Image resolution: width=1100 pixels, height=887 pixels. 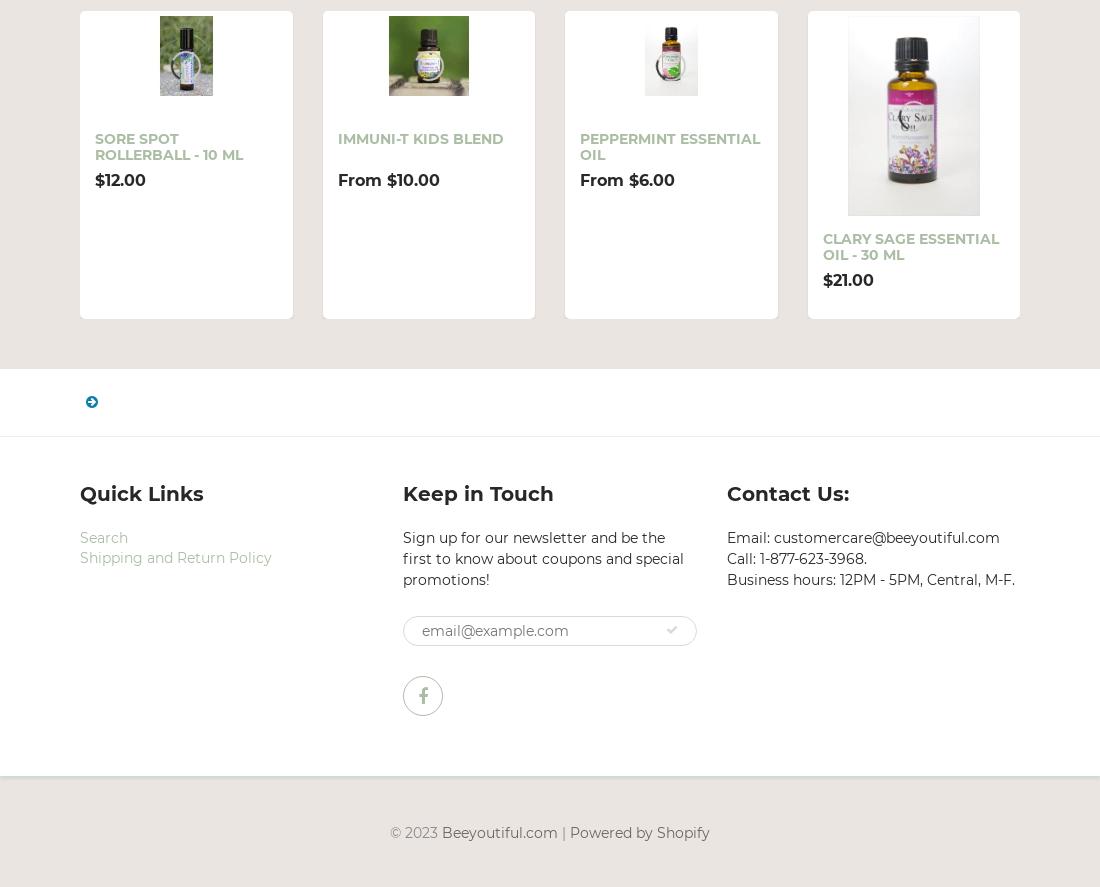 What do you see at coordinates (868, 578) in the screenshot?
I see `'Business hours: 12PM - 5PM, Central, M-F.'` at bounding box center [868, 578].